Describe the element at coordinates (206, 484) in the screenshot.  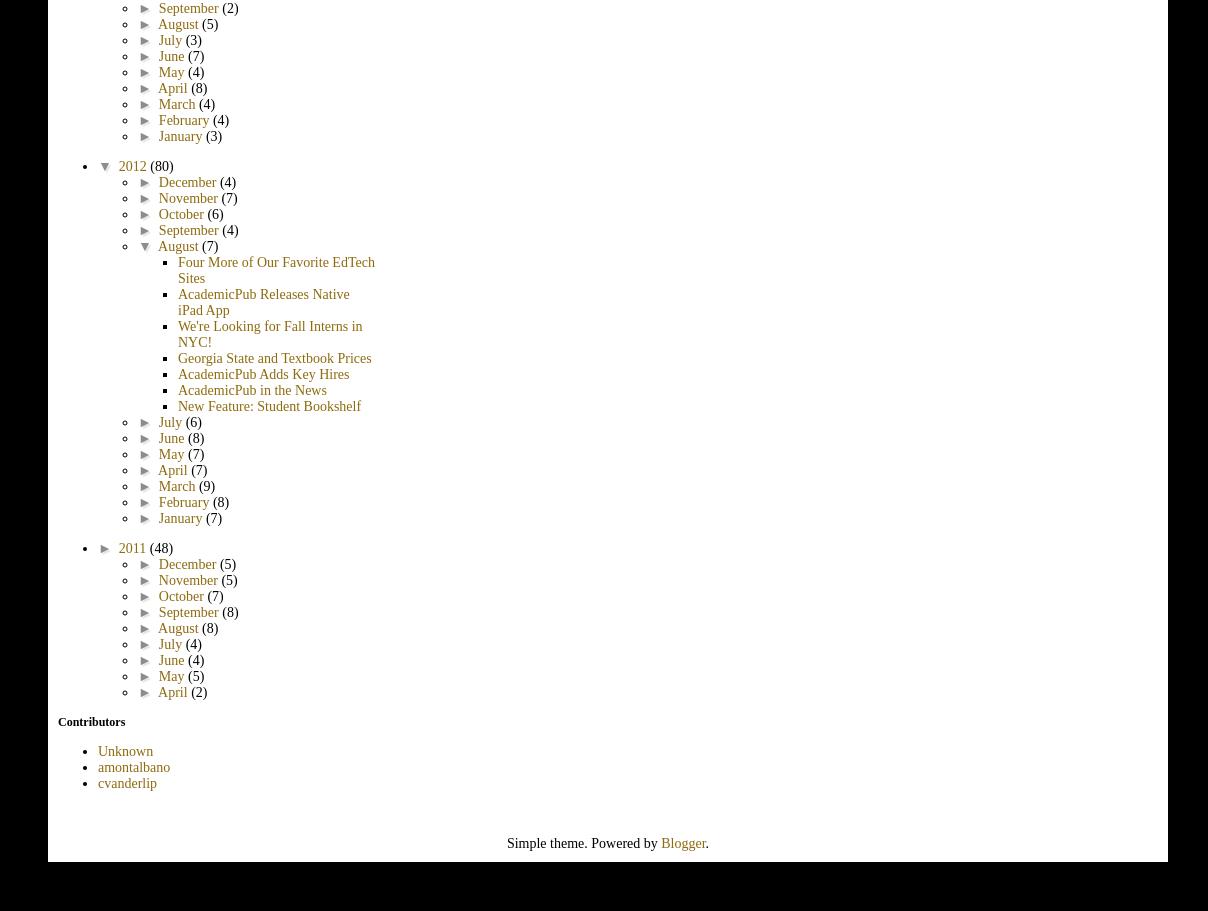
I see `'(9)'` at that location.